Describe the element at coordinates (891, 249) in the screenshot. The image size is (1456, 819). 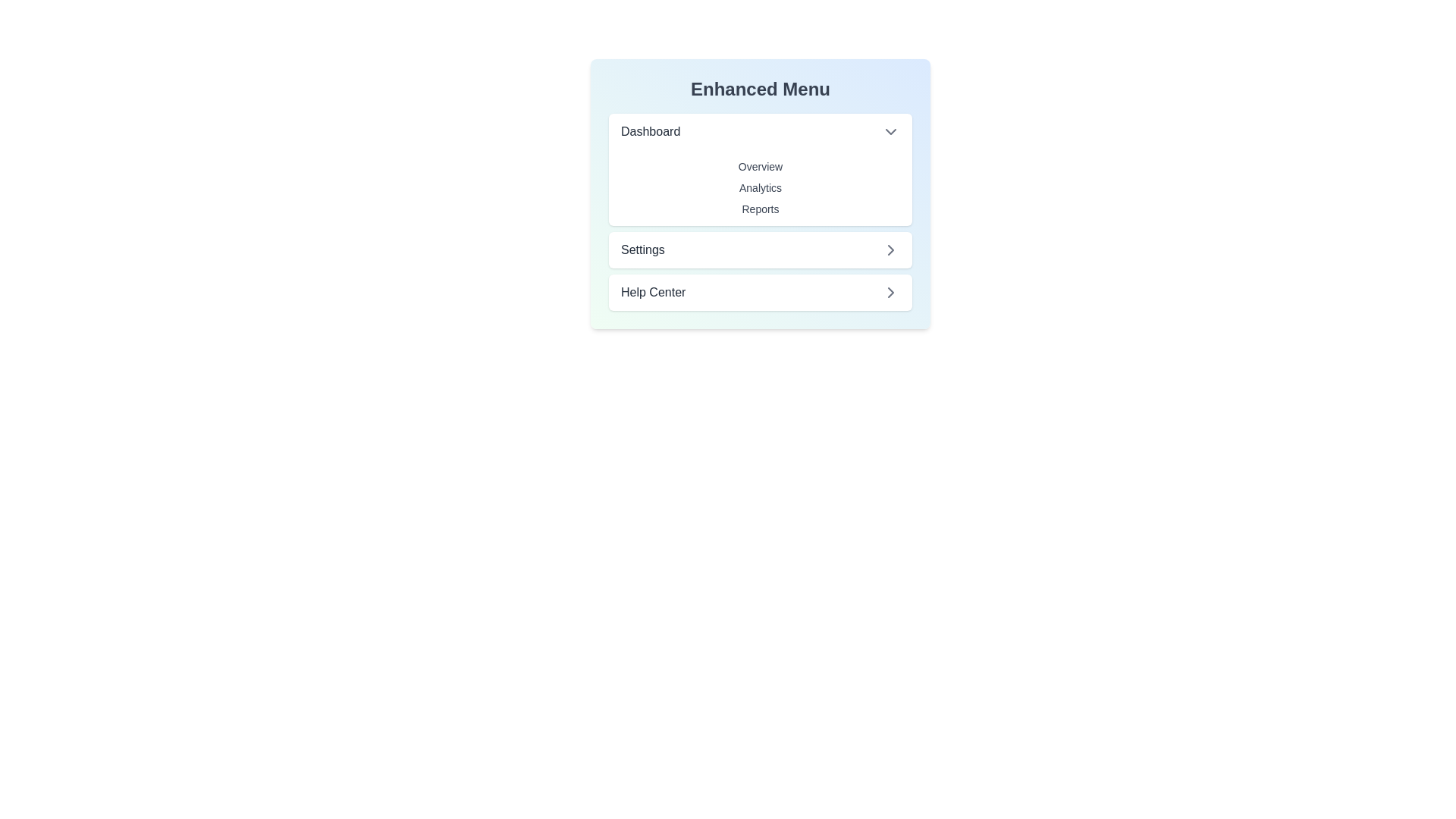
I see `the chevron-shaped right arrow icon, which is gray and located to the far-right of the 'Settings' option in the 'Enhanced Menu'` at that location.